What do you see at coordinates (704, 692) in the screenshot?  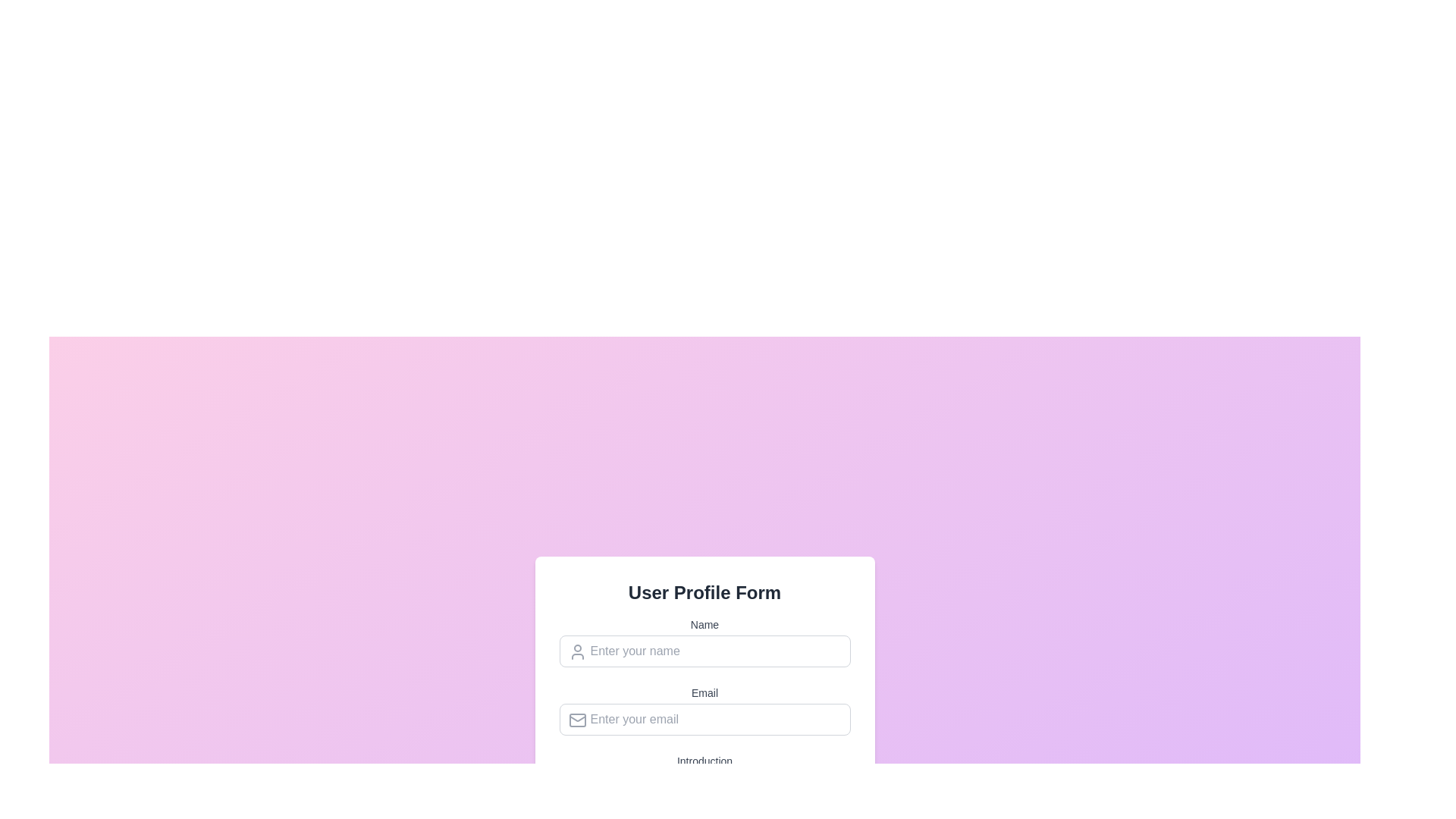 I see `the static label text displaying 'Email'` at bounding box center [704, 692].